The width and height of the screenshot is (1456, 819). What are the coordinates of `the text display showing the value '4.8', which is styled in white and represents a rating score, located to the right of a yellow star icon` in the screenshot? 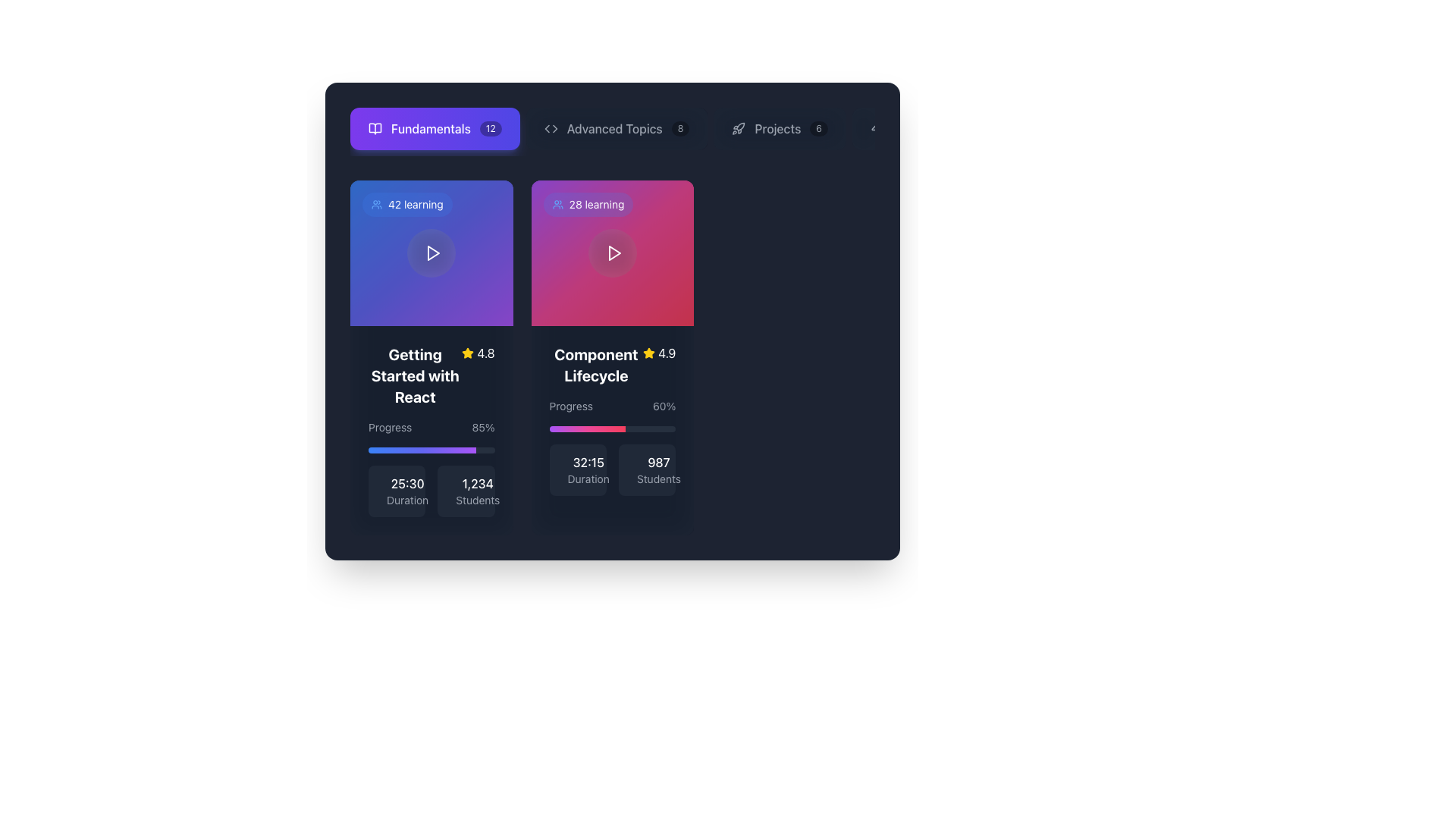 It's located at (486, 353).